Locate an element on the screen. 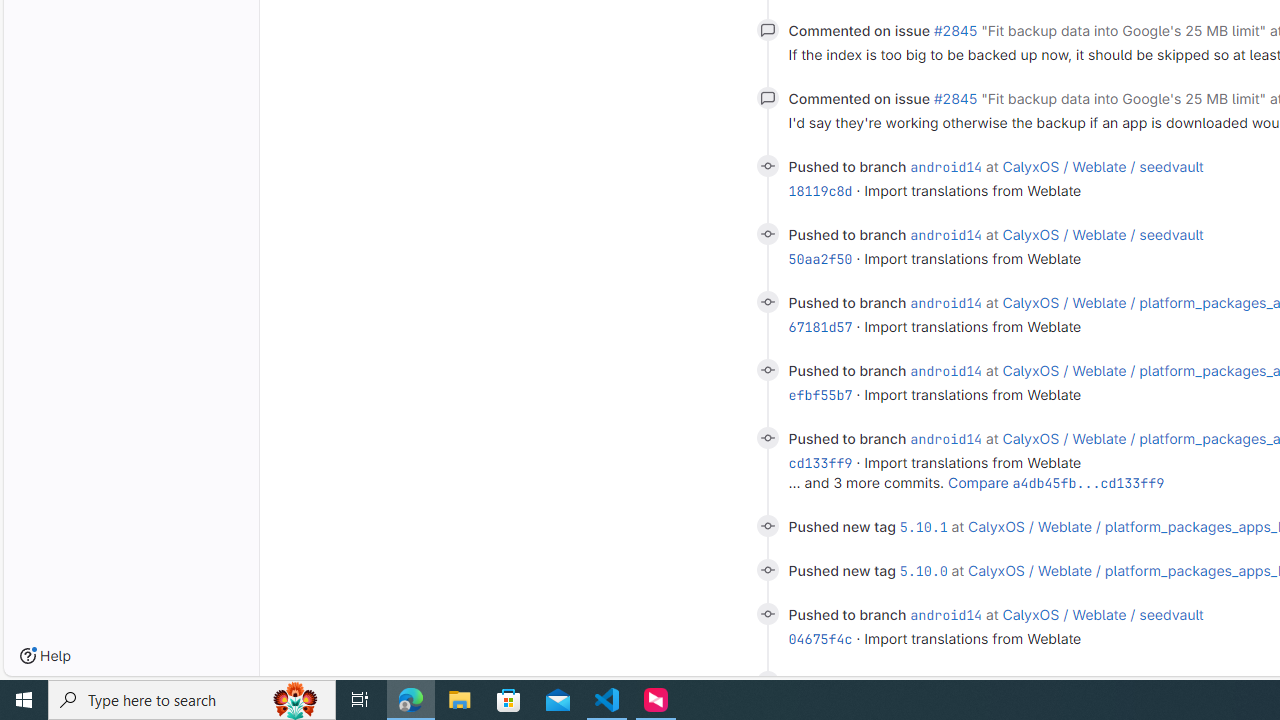 The image size is (1280, 720). '04675f4c' is located at coordinates (820, 639).